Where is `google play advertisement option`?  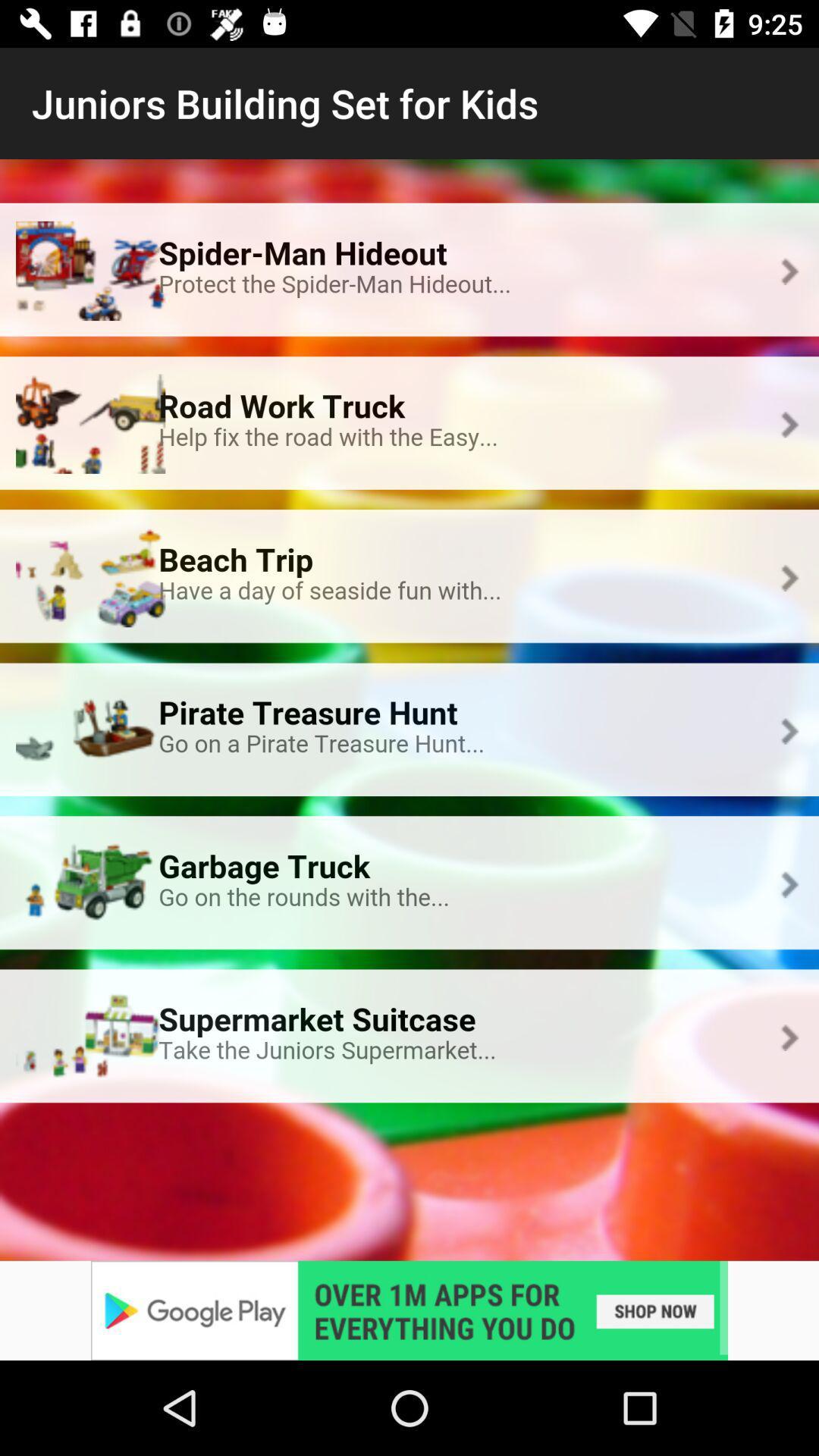 google play advertisement option is located at coordinates (409, 1310).